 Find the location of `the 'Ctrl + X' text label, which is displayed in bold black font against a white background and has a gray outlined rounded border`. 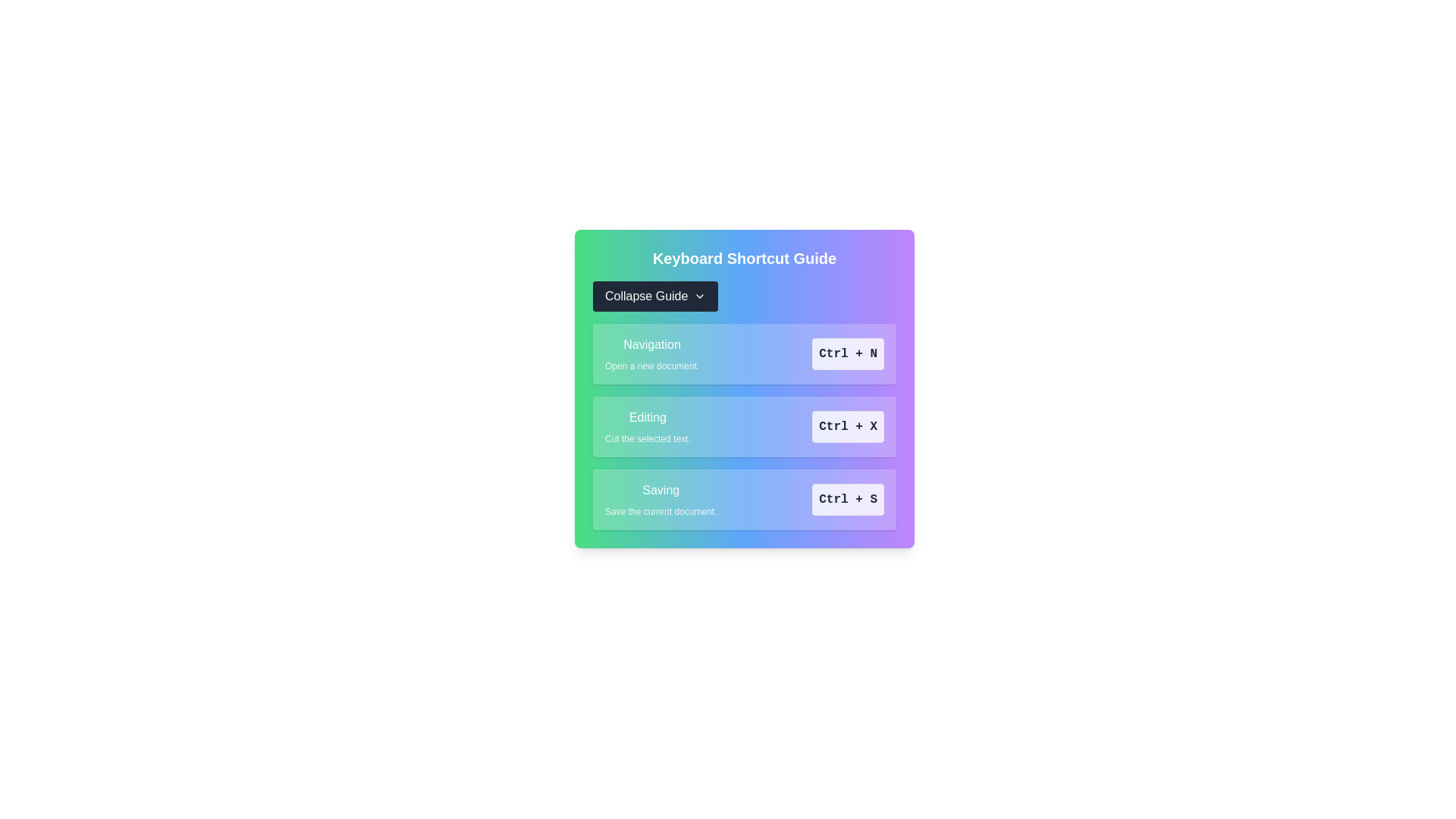

the 'Ctrl + X' text label, which is displayed in bold black font against a white background and has a gray outlined rounded border is located at coordinates (847, 427).